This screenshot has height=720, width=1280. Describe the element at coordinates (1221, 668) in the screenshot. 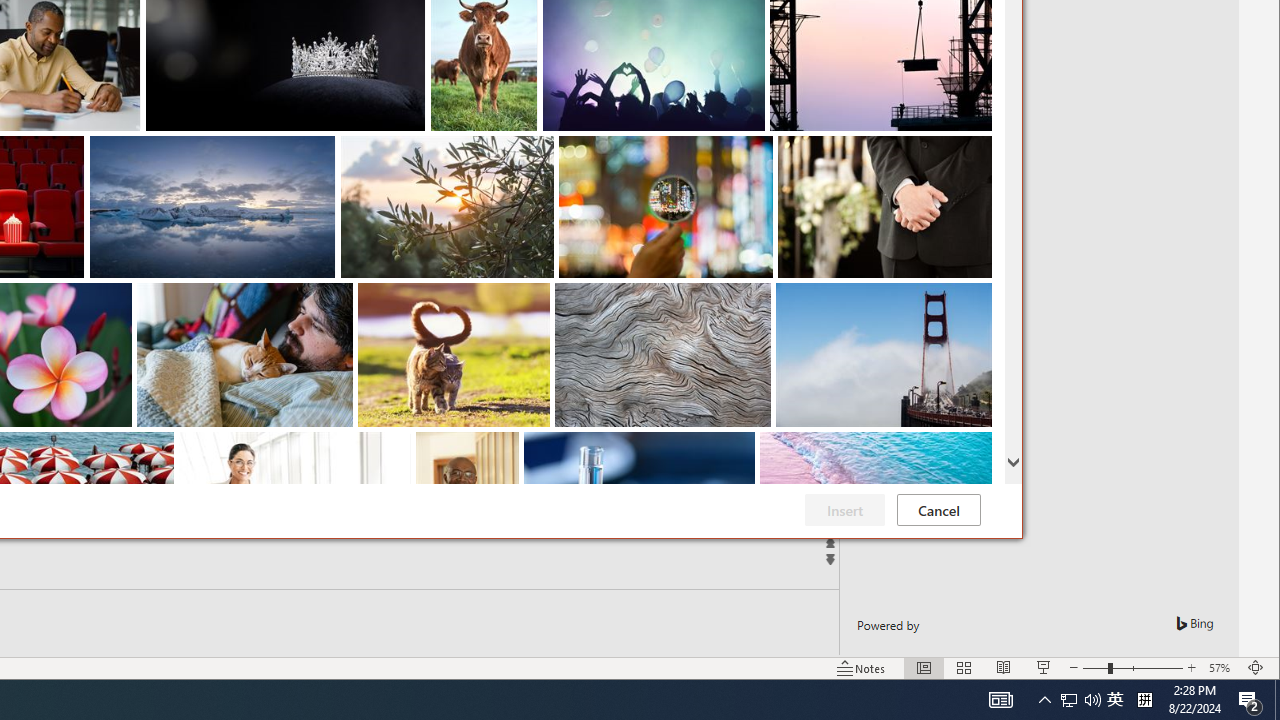

I see `'Zoom 57%'` at that location.